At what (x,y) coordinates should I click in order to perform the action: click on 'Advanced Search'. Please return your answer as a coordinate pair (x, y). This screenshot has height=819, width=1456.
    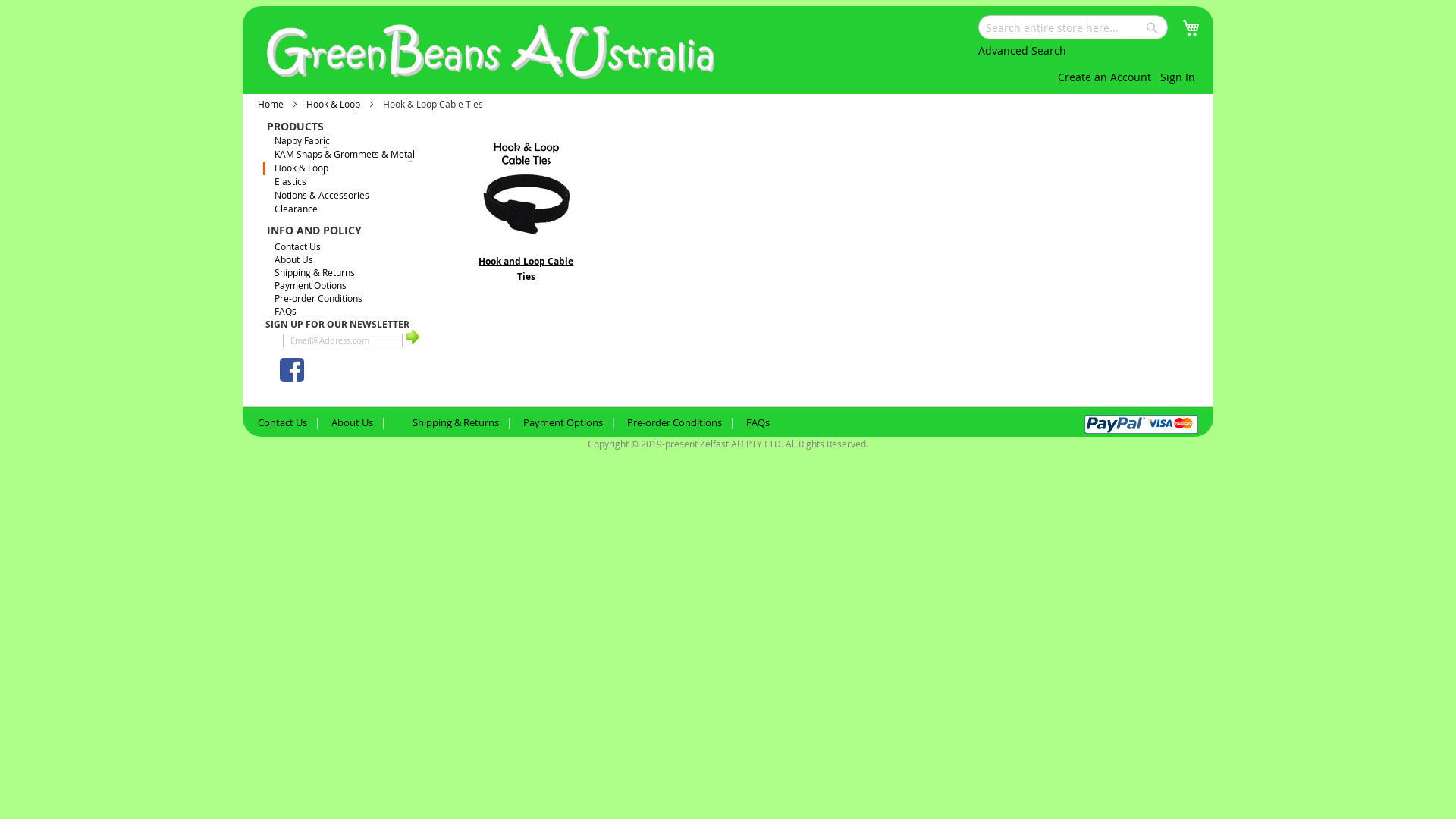
    Looking at the image, I should click on (1022, 49).